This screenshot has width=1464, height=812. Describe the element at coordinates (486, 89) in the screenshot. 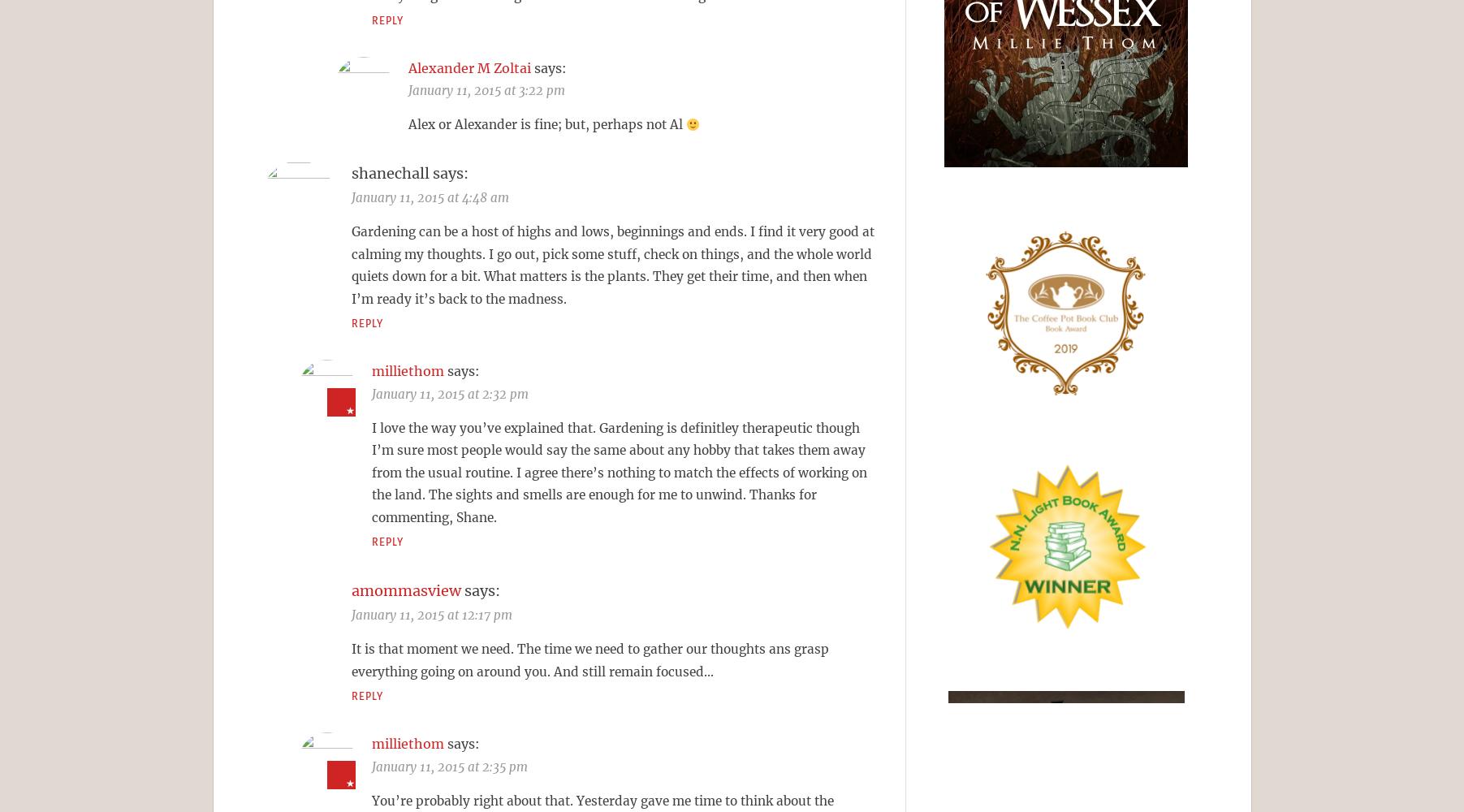

I see `'January 11, 2015 at 3:22 pm'` at that location.